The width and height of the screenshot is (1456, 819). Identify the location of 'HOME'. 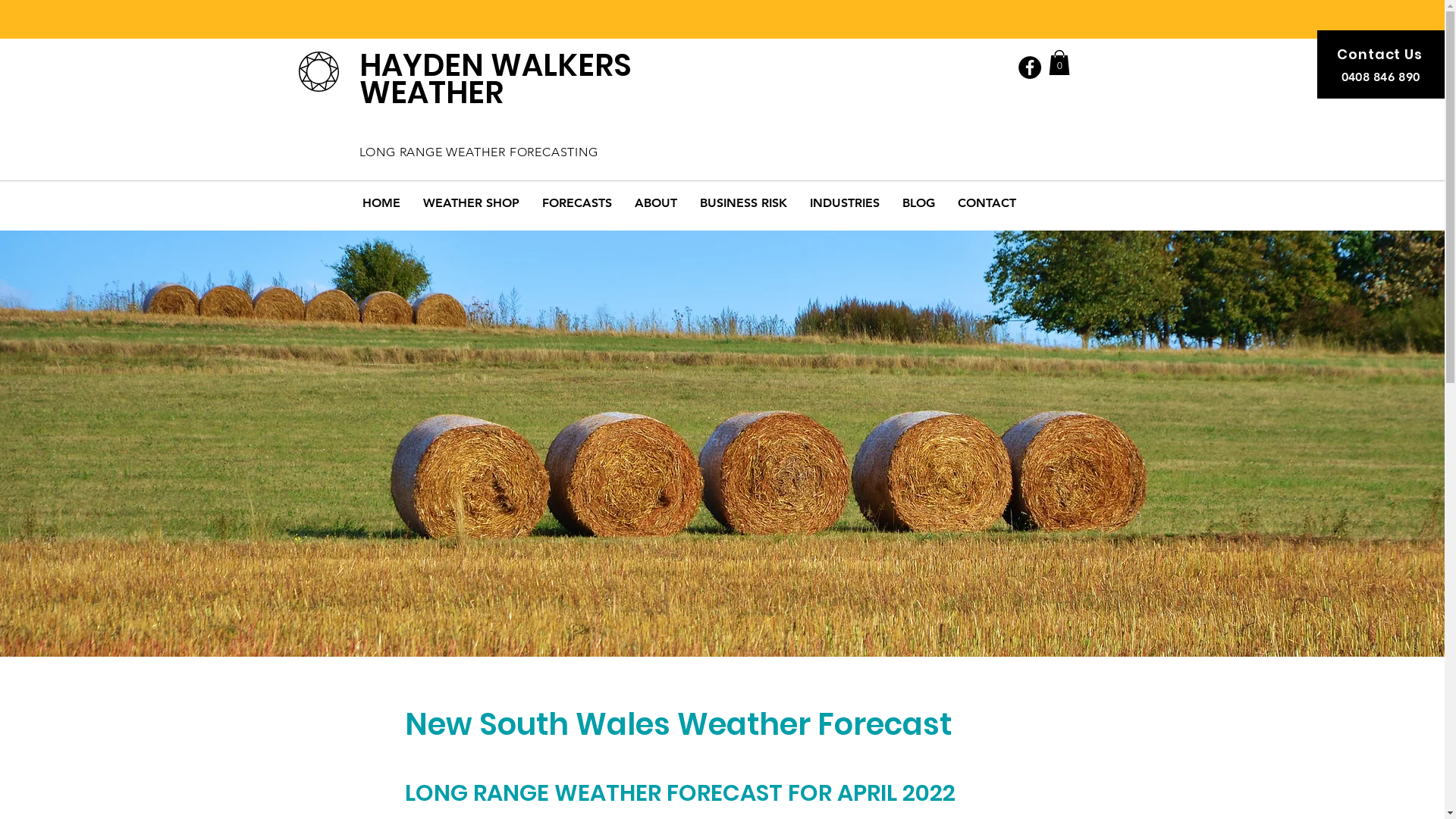
(381, 202).